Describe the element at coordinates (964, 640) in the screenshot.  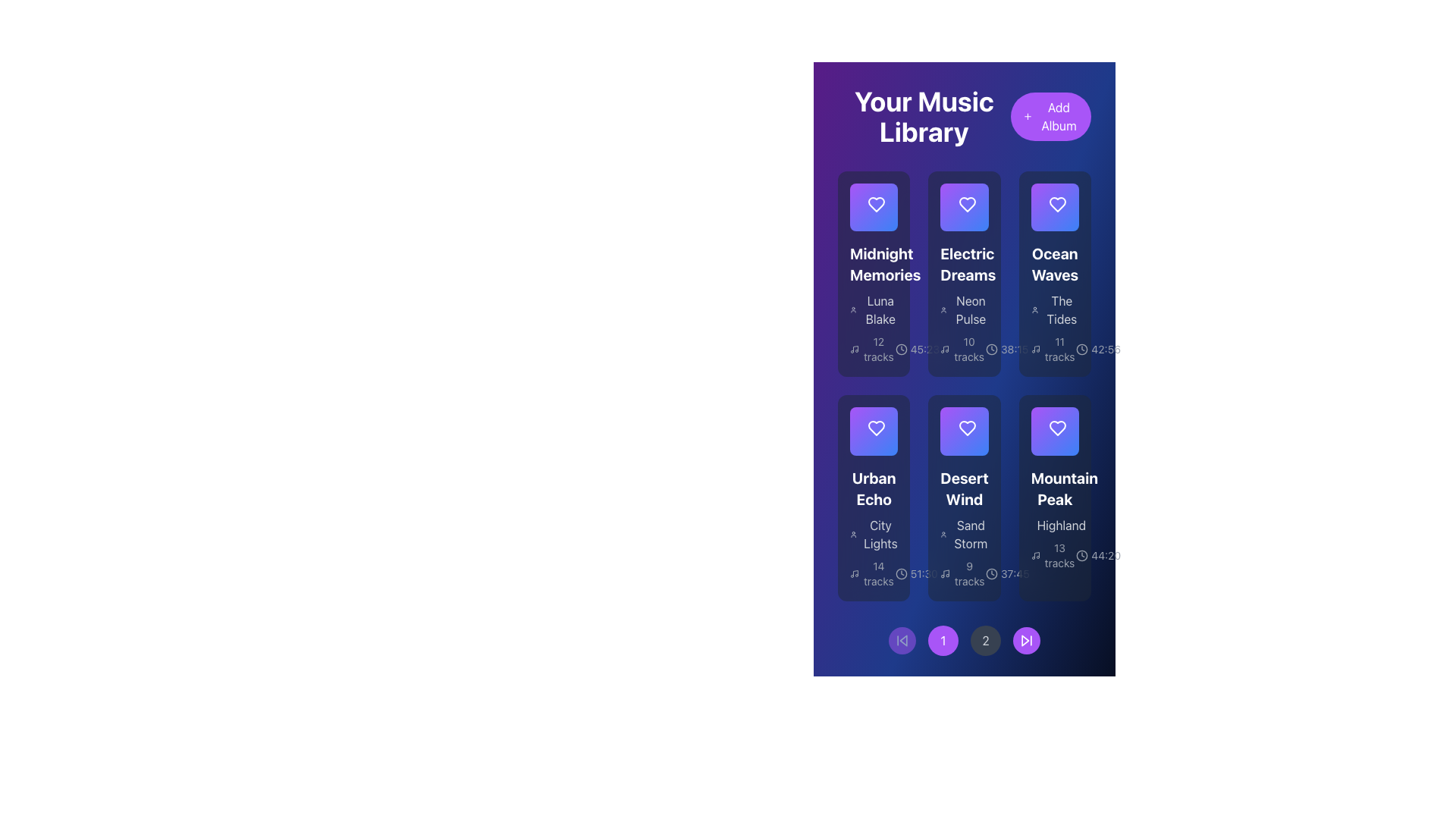
I see `the third navigation button located at the bottom center of the interface` at that location.